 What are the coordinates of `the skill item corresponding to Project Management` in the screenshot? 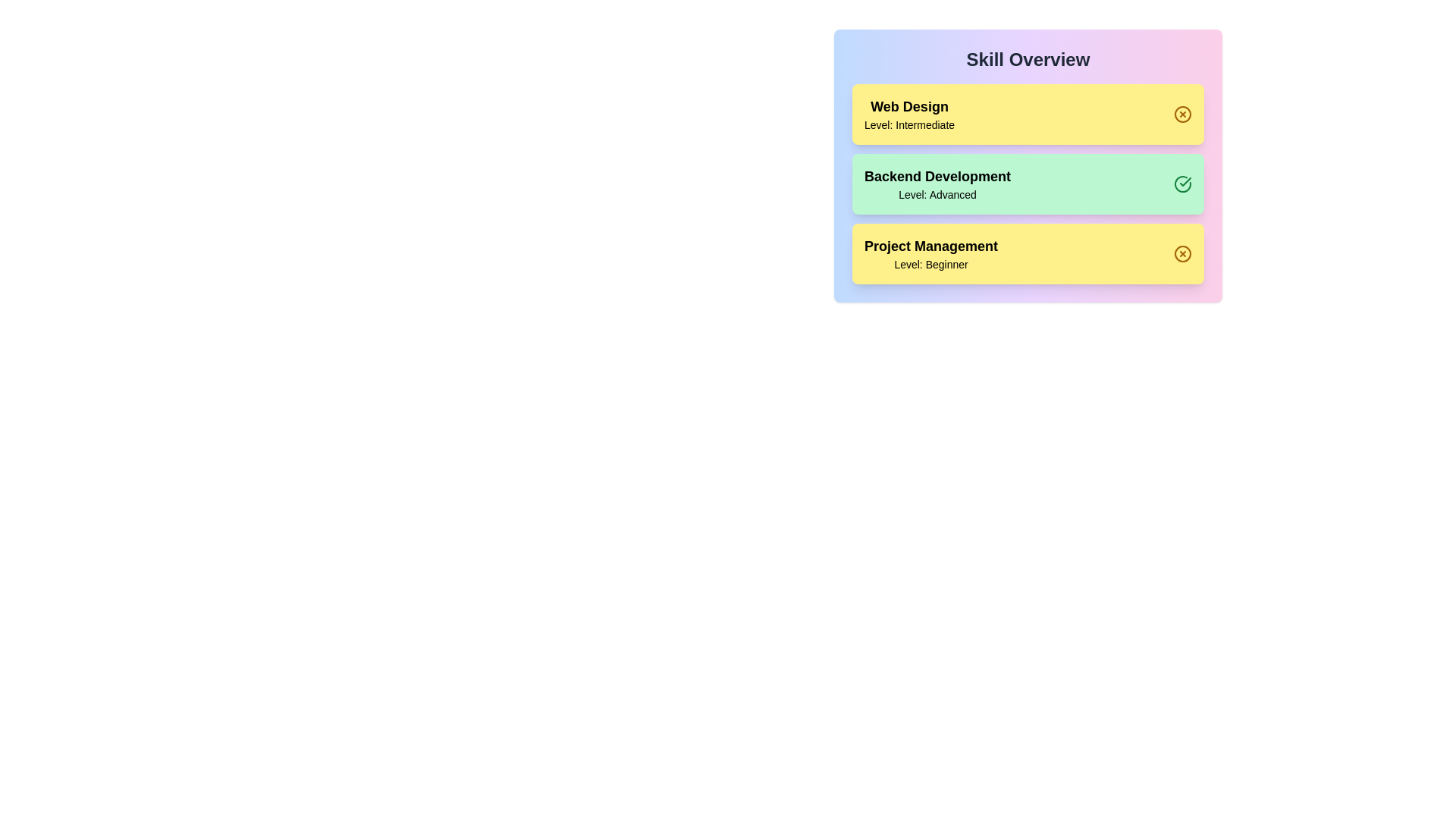 It's located at (1028, 253).